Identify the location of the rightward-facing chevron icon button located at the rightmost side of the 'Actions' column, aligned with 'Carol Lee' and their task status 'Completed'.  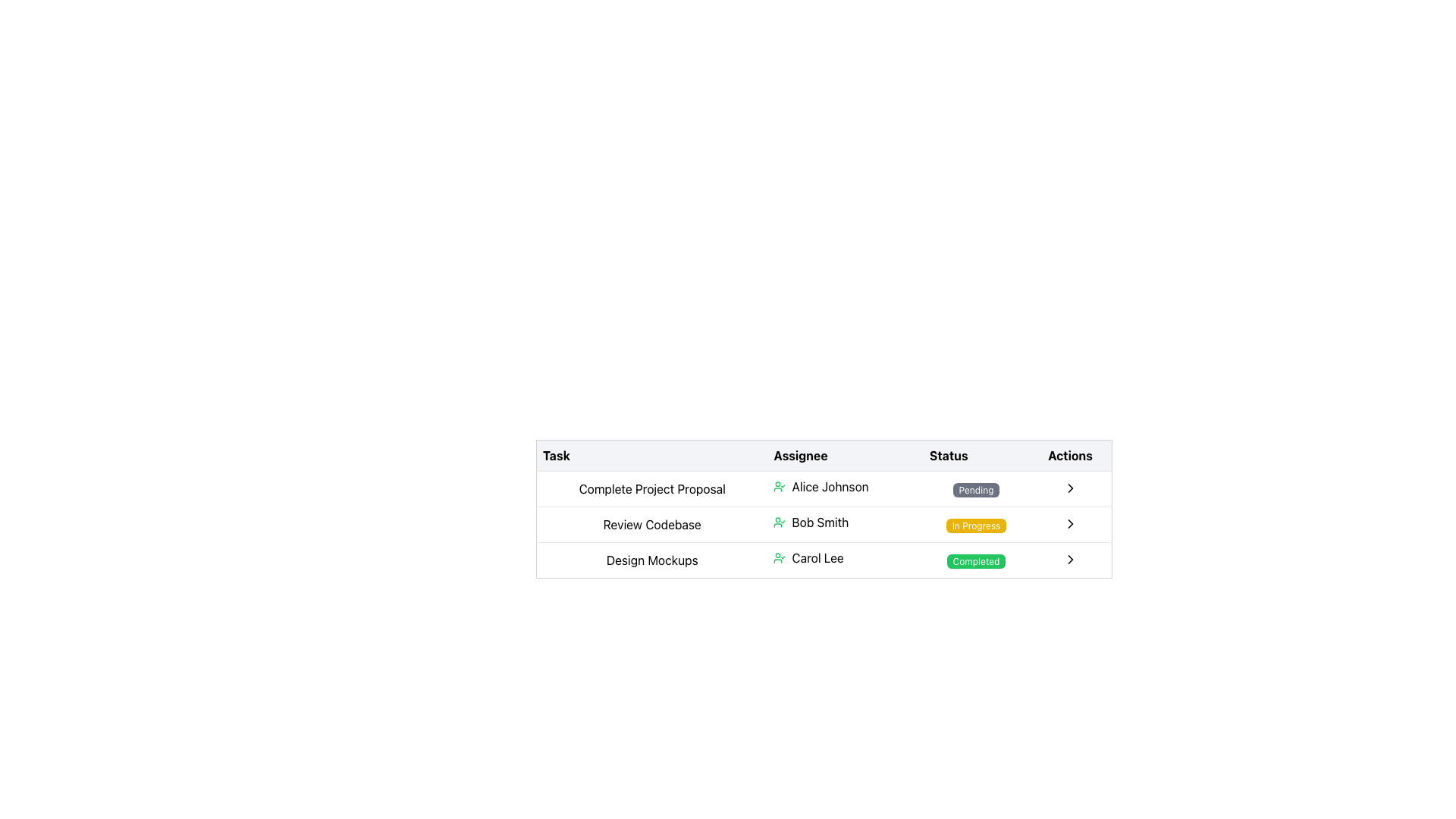
(1069, 559).